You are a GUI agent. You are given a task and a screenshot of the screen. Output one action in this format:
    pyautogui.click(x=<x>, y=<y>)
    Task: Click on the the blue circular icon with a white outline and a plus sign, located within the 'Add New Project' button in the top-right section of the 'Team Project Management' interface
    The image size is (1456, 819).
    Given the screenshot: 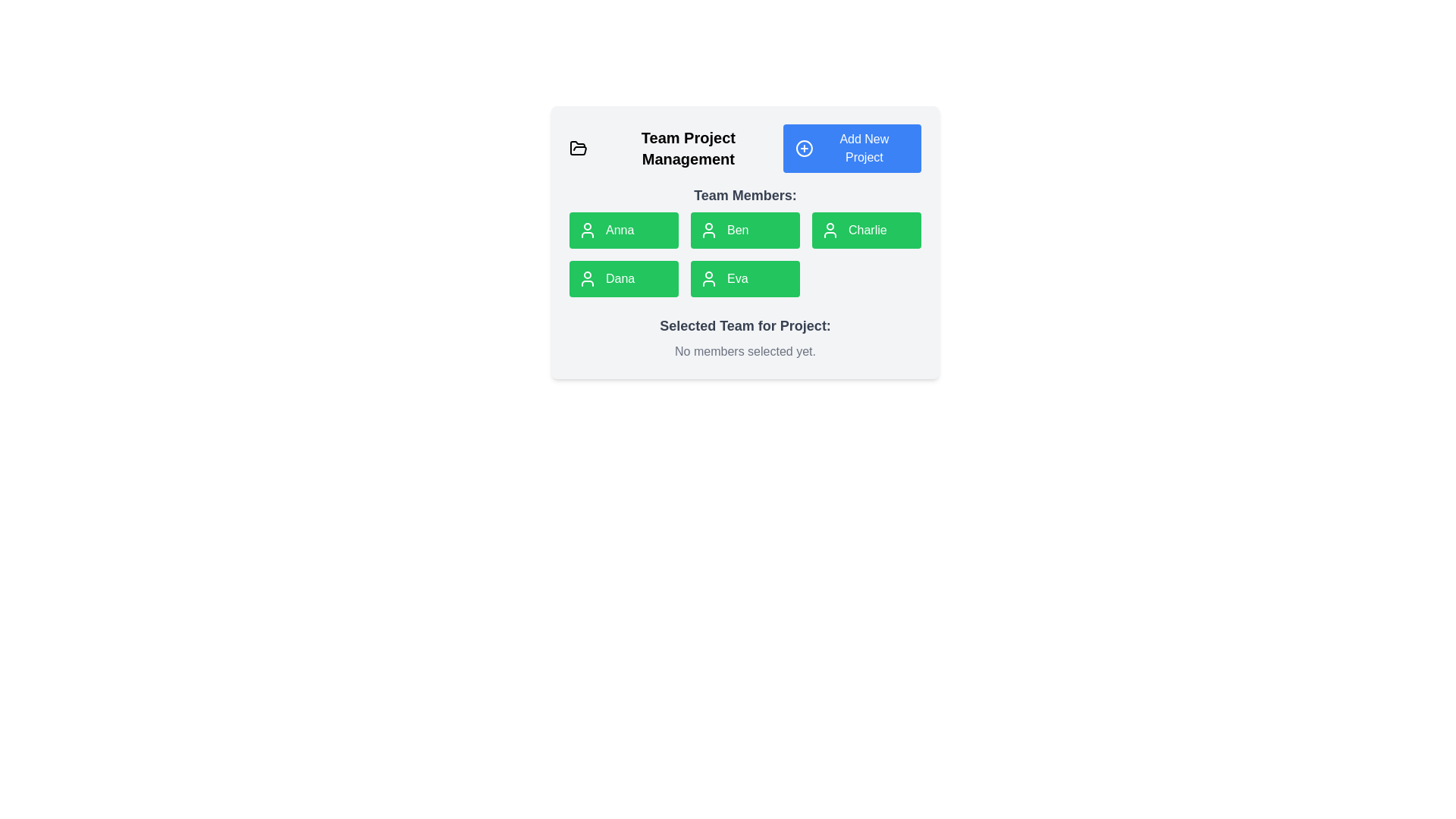 What is the action you would take?
    pyautogui.click(x=803, y=149)
    